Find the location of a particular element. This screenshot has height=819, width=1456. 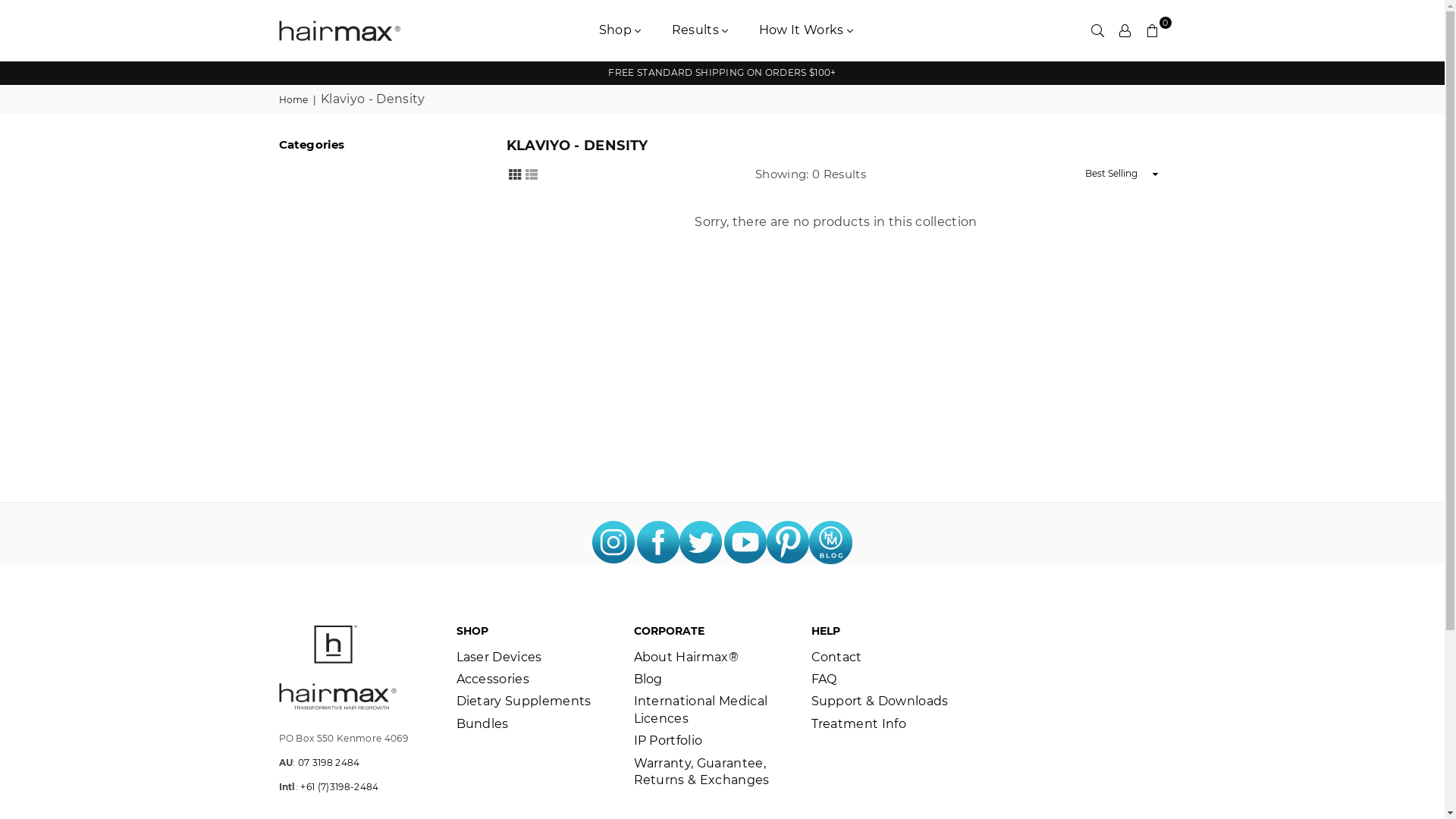

'IP Portfolio' is located at coordinates (667, 739).